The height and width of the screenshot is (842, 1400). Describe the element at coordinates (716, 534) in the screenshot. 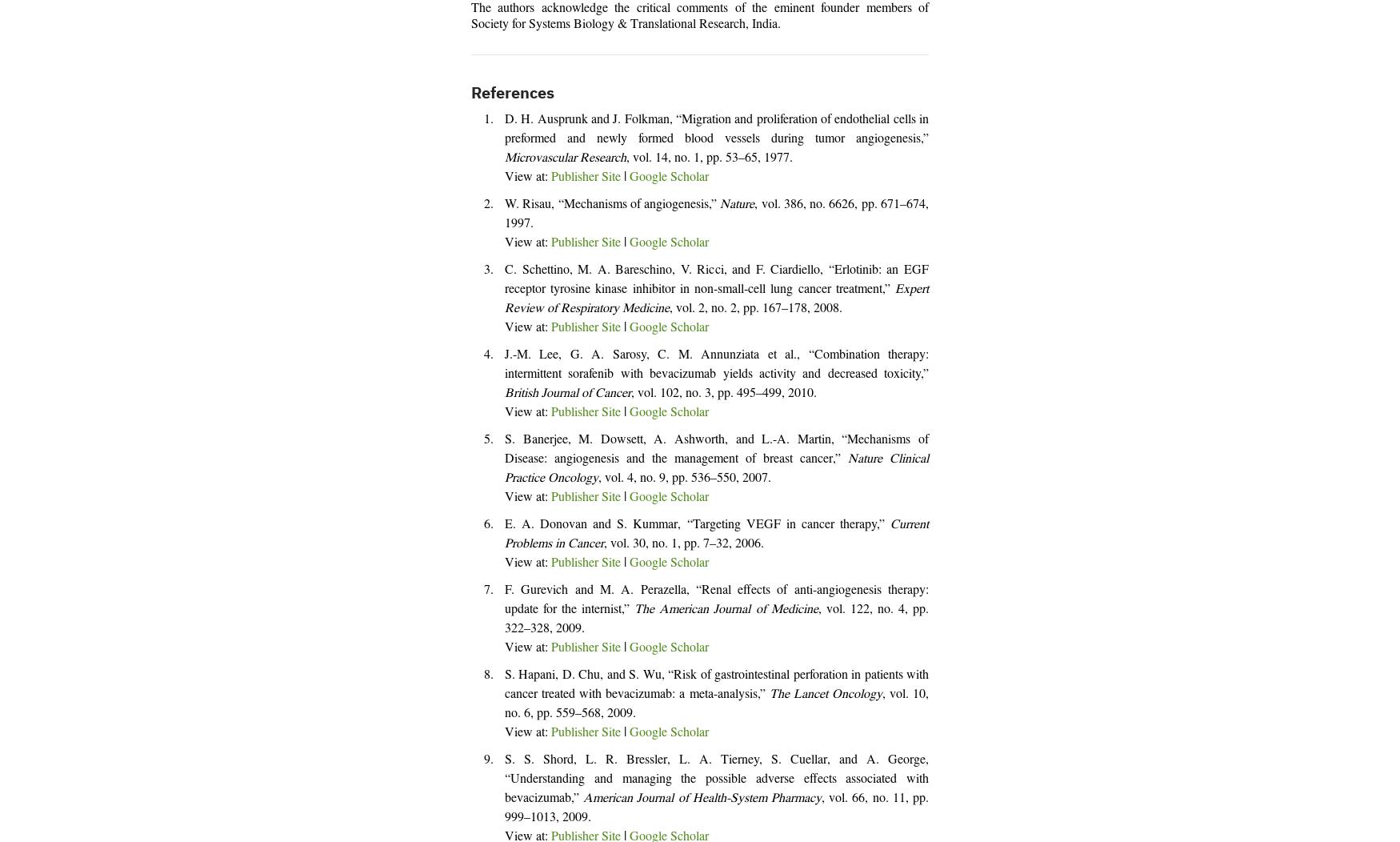

I see `'Current Problems in Cancer'` at that location.